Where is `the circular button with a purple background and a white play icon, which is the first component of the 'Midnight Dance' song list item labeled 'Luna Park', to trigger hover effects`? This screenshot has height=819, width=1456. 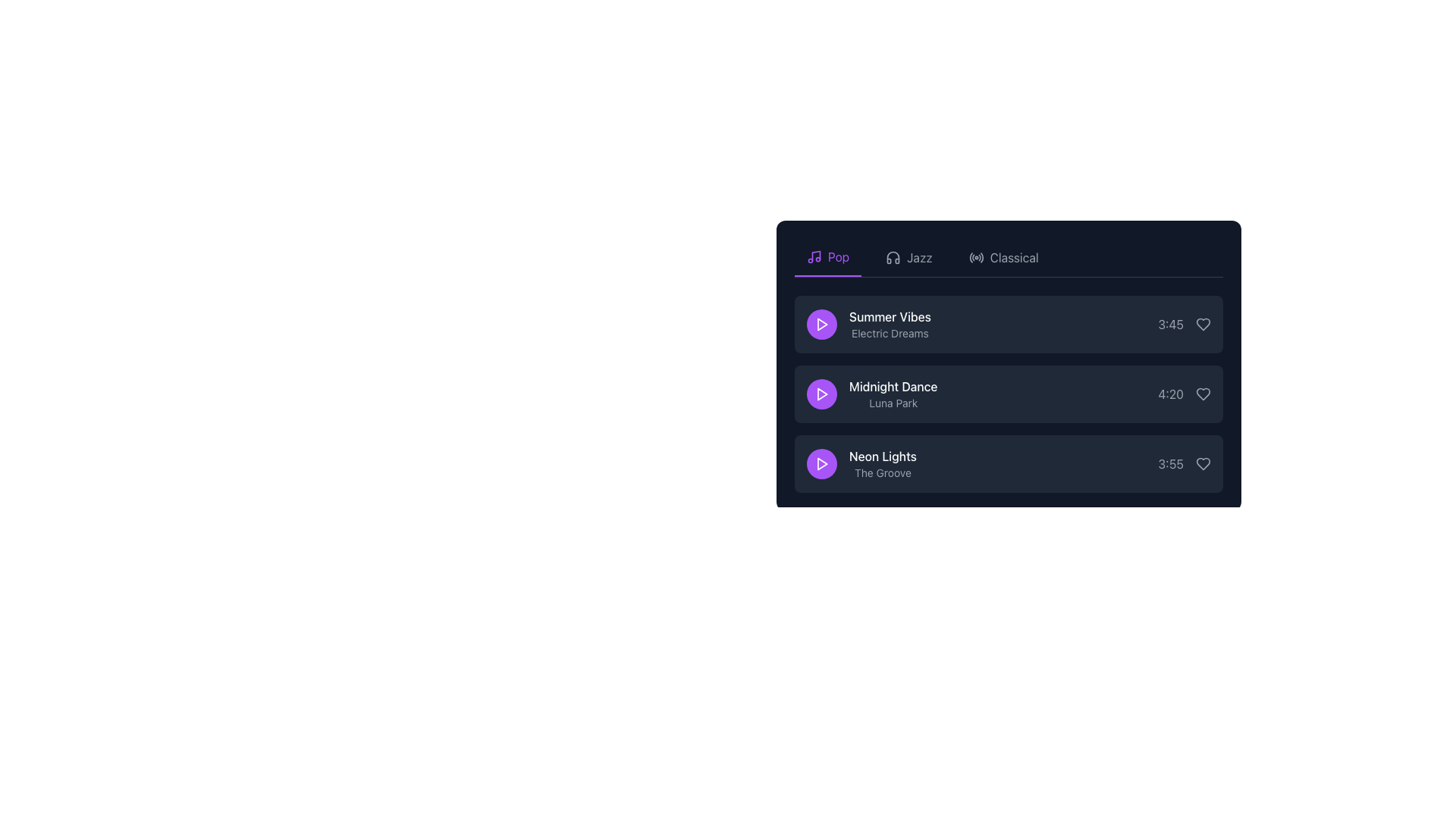
the circular button with a purple background and a white play icon, which is the first component of the 'Midnight Dance' song list item labeled 'Luna Park', to trigger hover effects is located at coordinates (821, 394).